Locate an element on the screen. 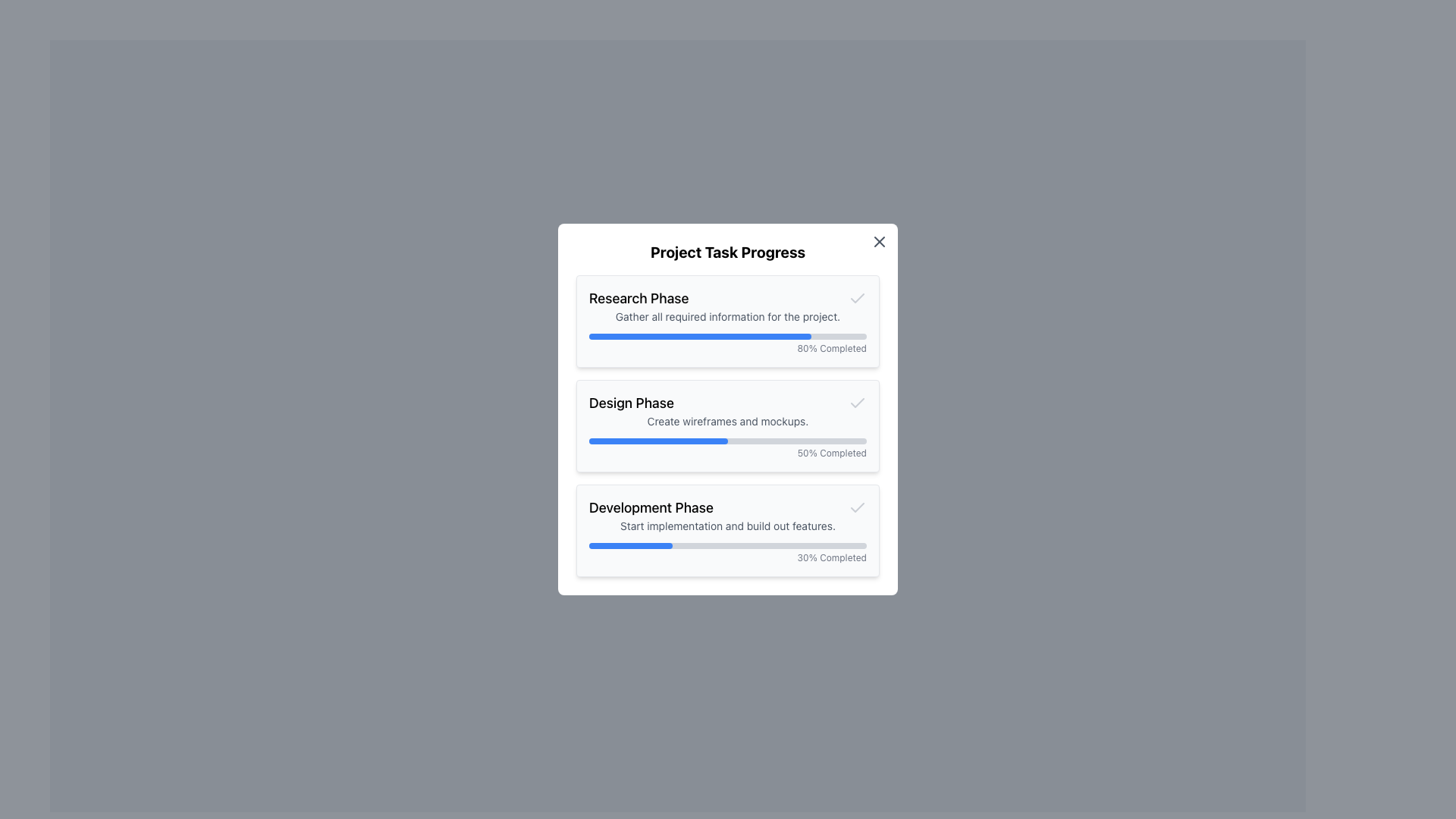  completion percentage indicated on the horizontal progress bar located within the 'Design Phase' card, which shows 50% completion is located at coordinates (728, 441).